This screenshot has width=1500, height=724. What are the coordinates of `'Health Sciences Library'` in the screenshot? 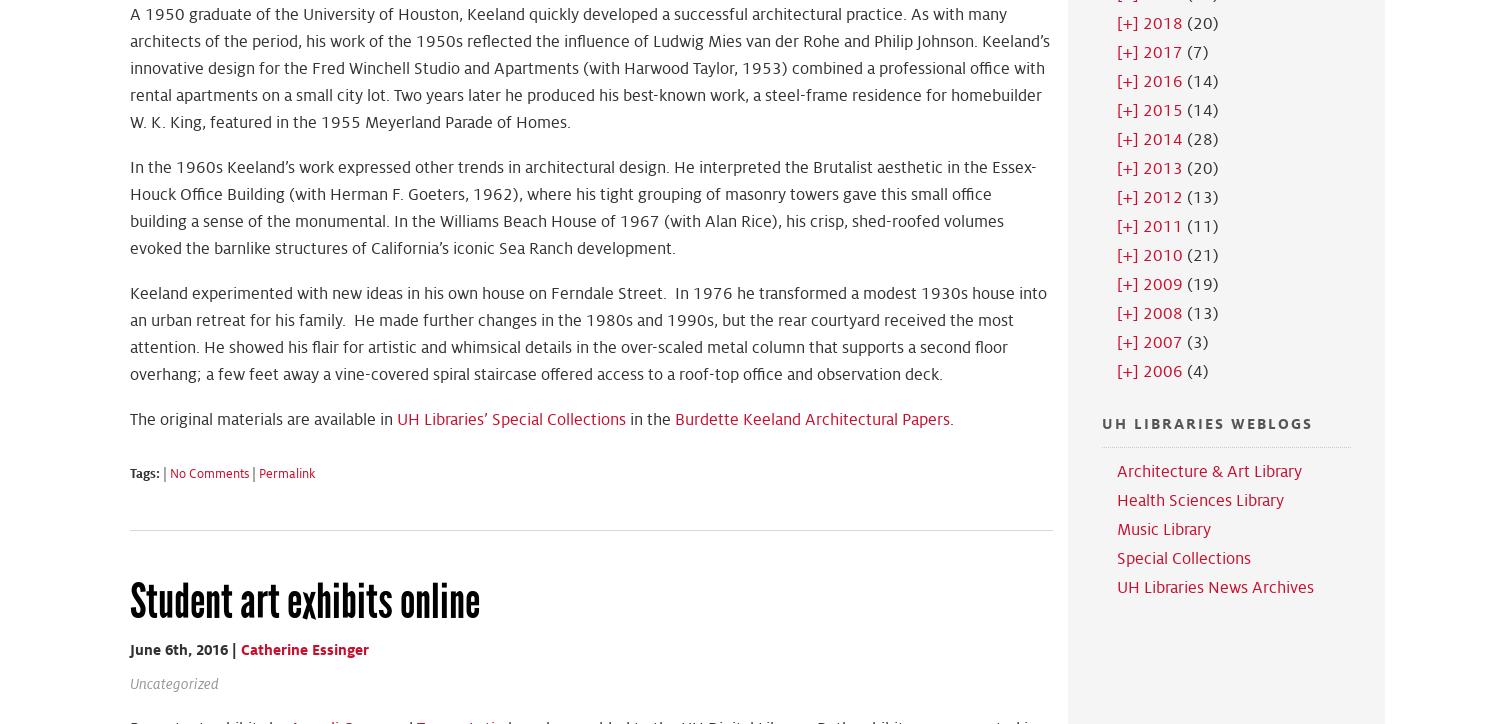 It's located at (1198, 500).